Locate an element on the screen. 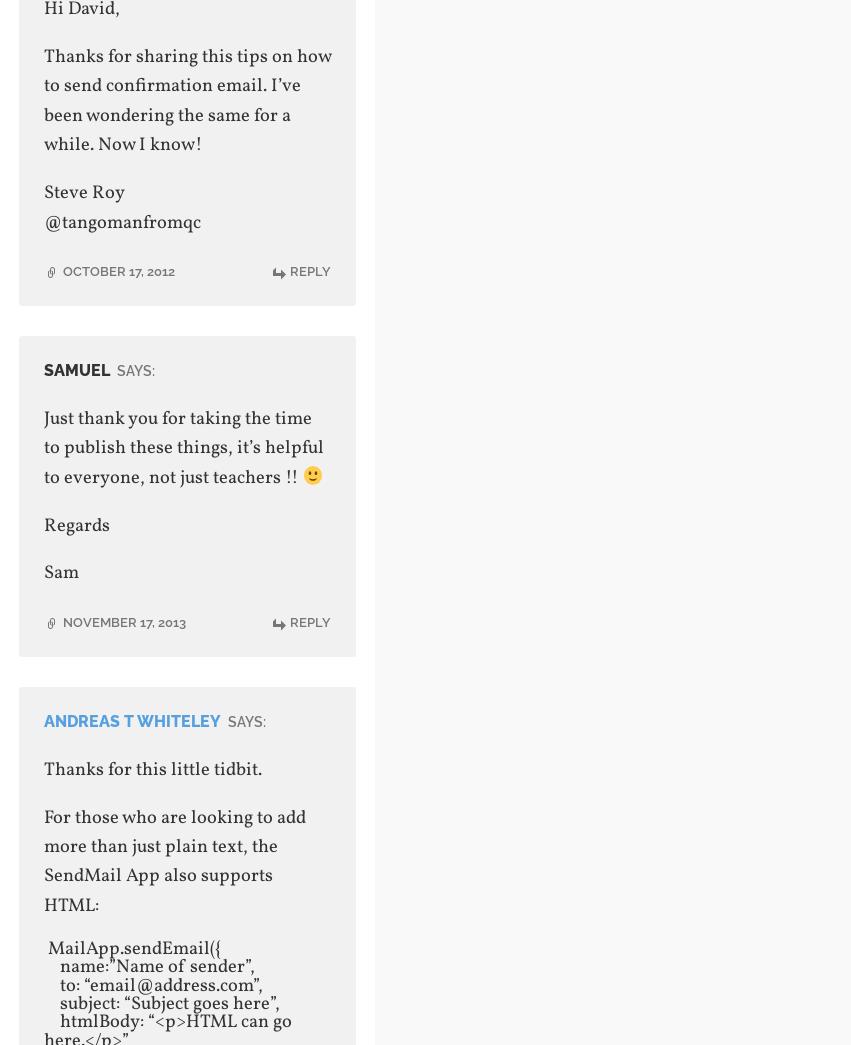 This screenshot has height=1045, width=851. 'For those who are looking to add more than just plain text, the SendMail App also supports HTML:' is located at coordinates (173, 859).